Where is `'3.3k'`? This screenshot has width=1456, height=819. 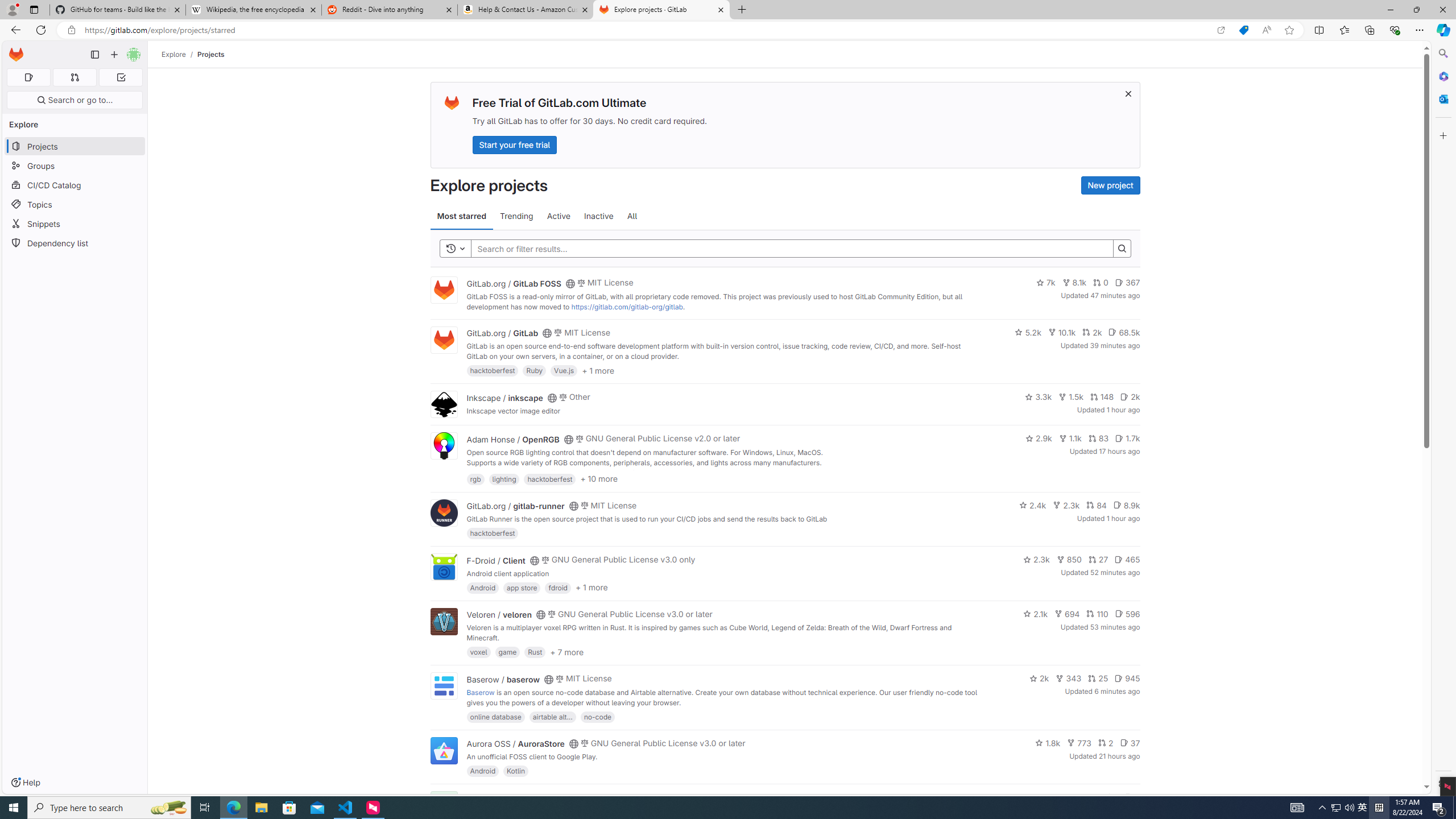 '3.3k' is located at coordinates (1039, 396).